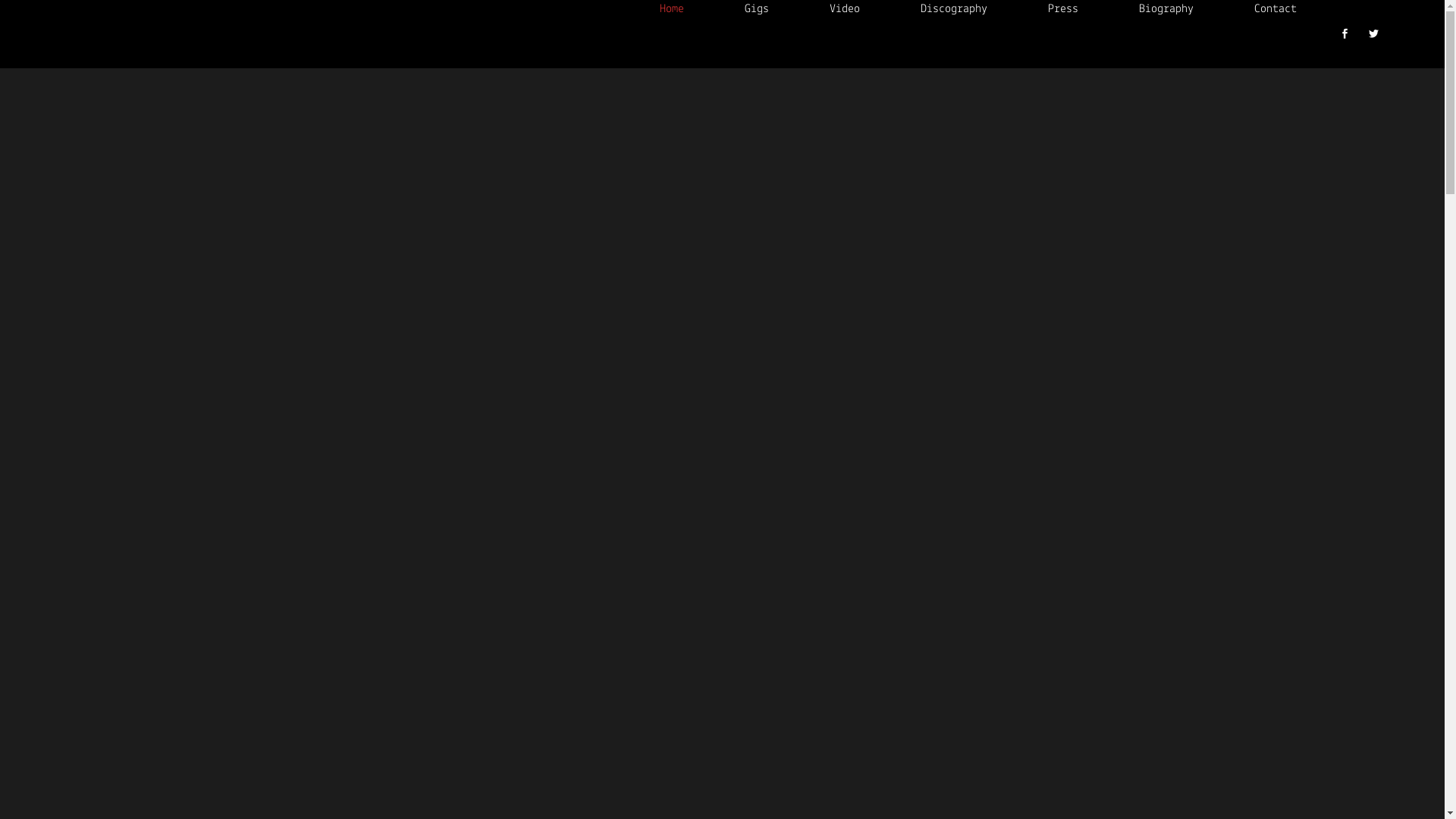  I want to click on 'Biography', so click(1165, 8).